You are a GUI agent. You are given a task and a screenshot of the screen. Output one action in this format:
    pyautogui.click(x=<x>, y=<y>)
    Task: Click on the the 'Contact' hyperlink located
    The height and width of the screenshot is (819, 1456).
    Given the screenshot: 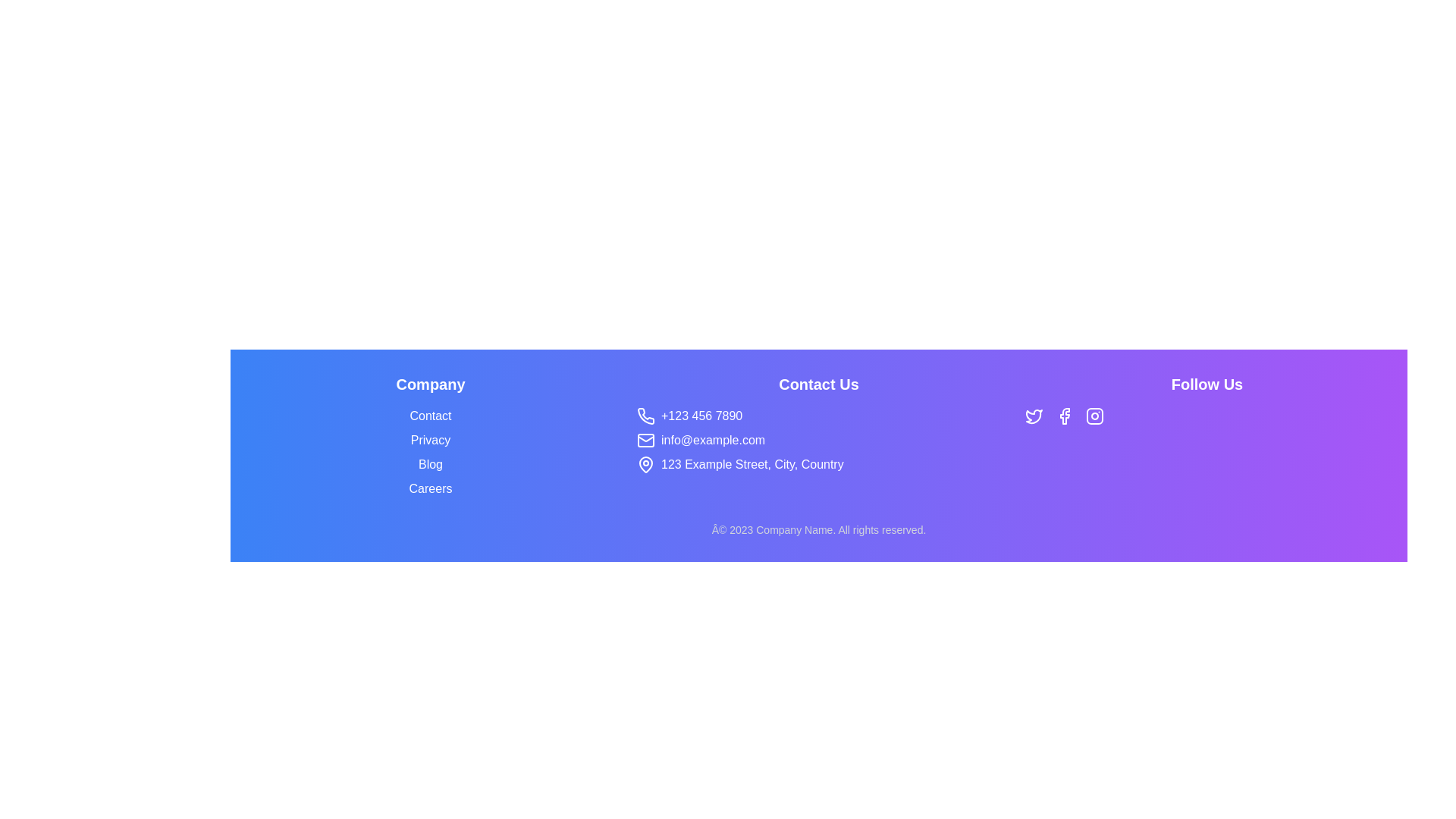 What is the action you would take?
    pyautogui.click(x=429, y=416)
    